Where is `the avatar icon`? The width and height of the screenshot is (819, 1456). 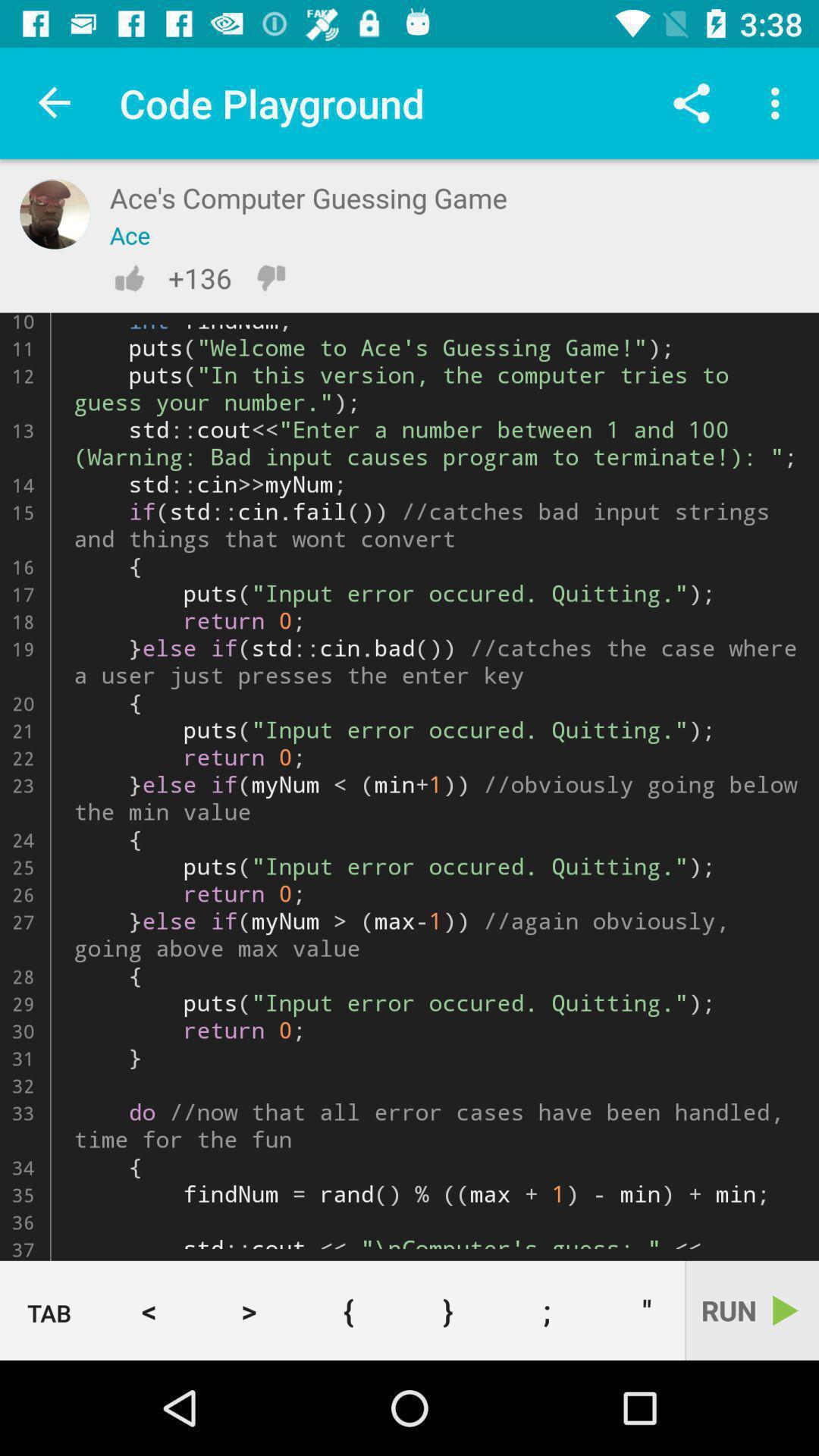
the avatar icon is located at coordinates (54, 213).